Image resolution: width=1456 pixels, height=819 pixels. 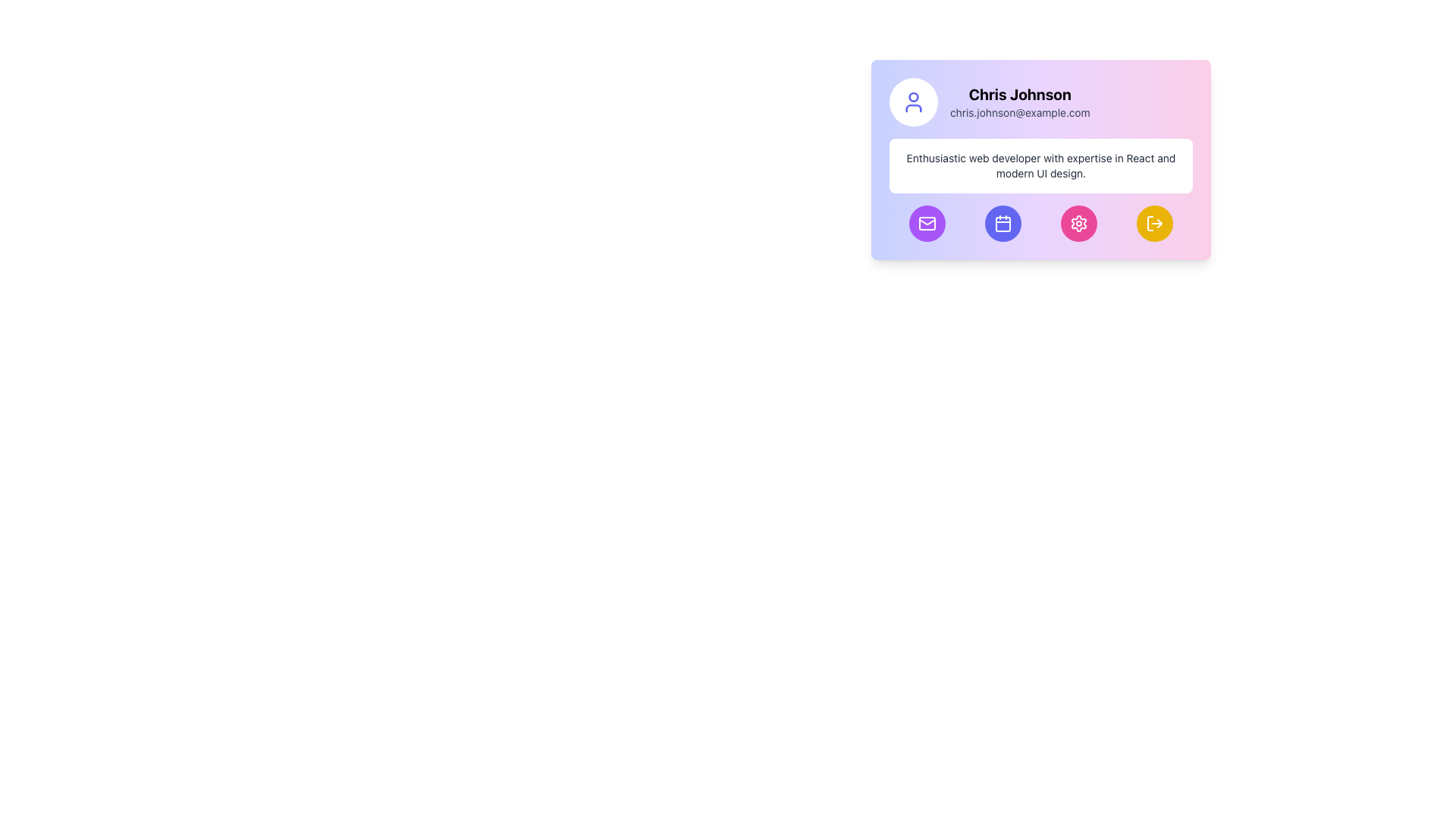 I want to click on the logout icon located at the lower row of the card interface, rightmost position, to initiate the logout process, so click(x=1150, y=223).